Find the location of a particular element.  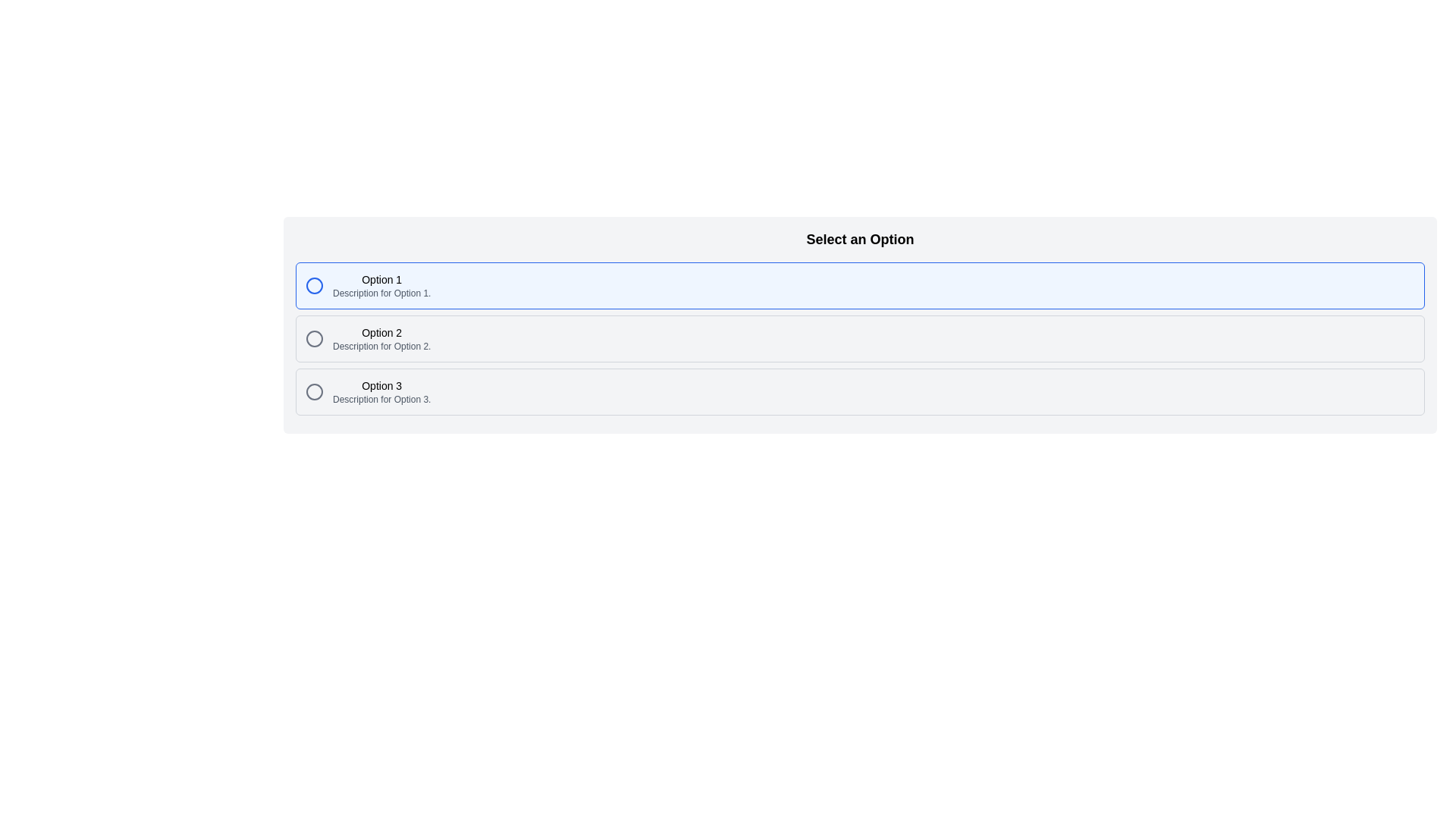

the unselected radio button indicator for 'Option 3 Description for Option 3' is located at coordinates (313, 391).